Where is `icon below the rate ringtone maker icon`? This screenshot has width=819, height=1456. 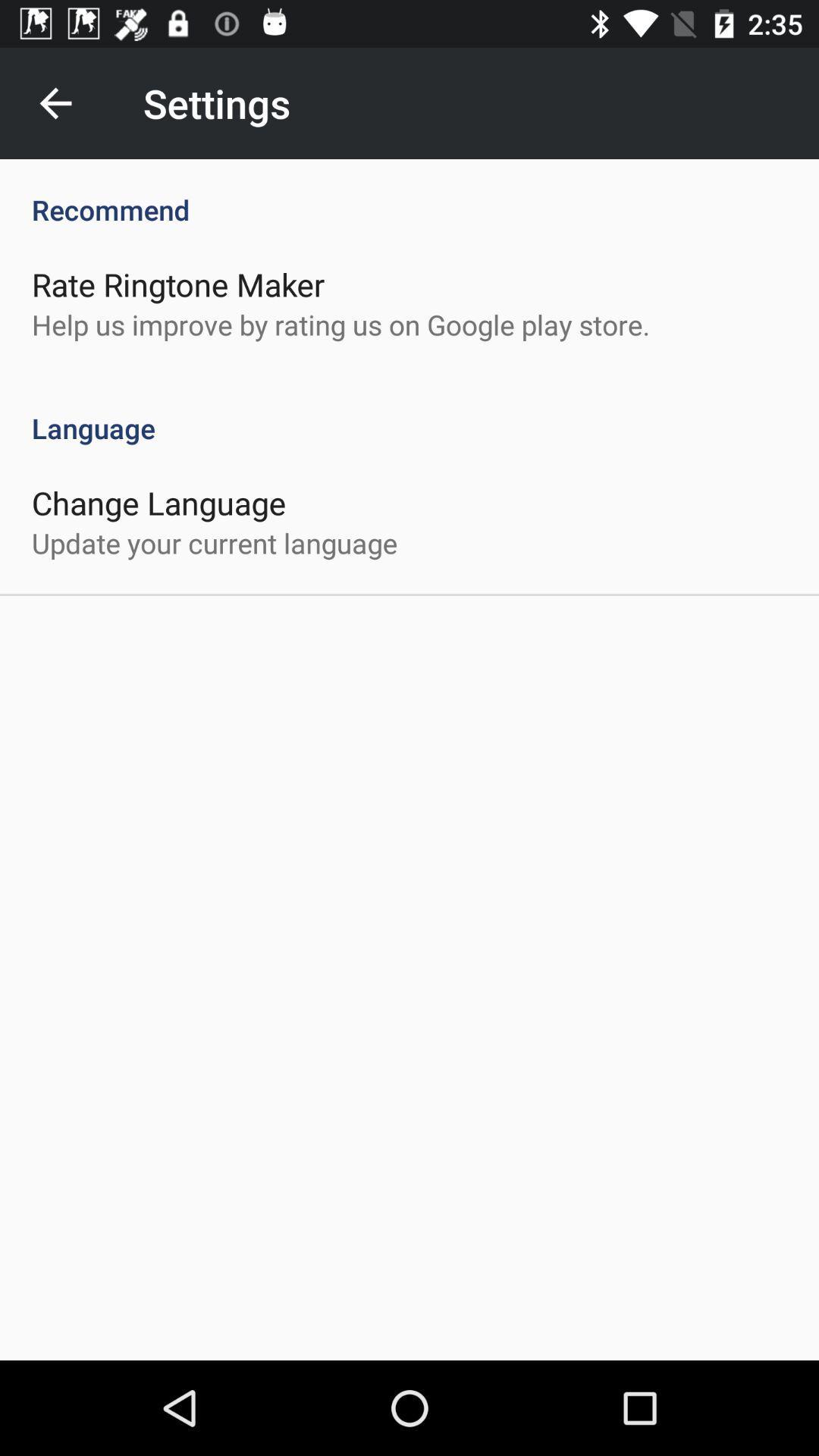 icon below the rate ringtone maker icon is located at coordinates (340, 324).